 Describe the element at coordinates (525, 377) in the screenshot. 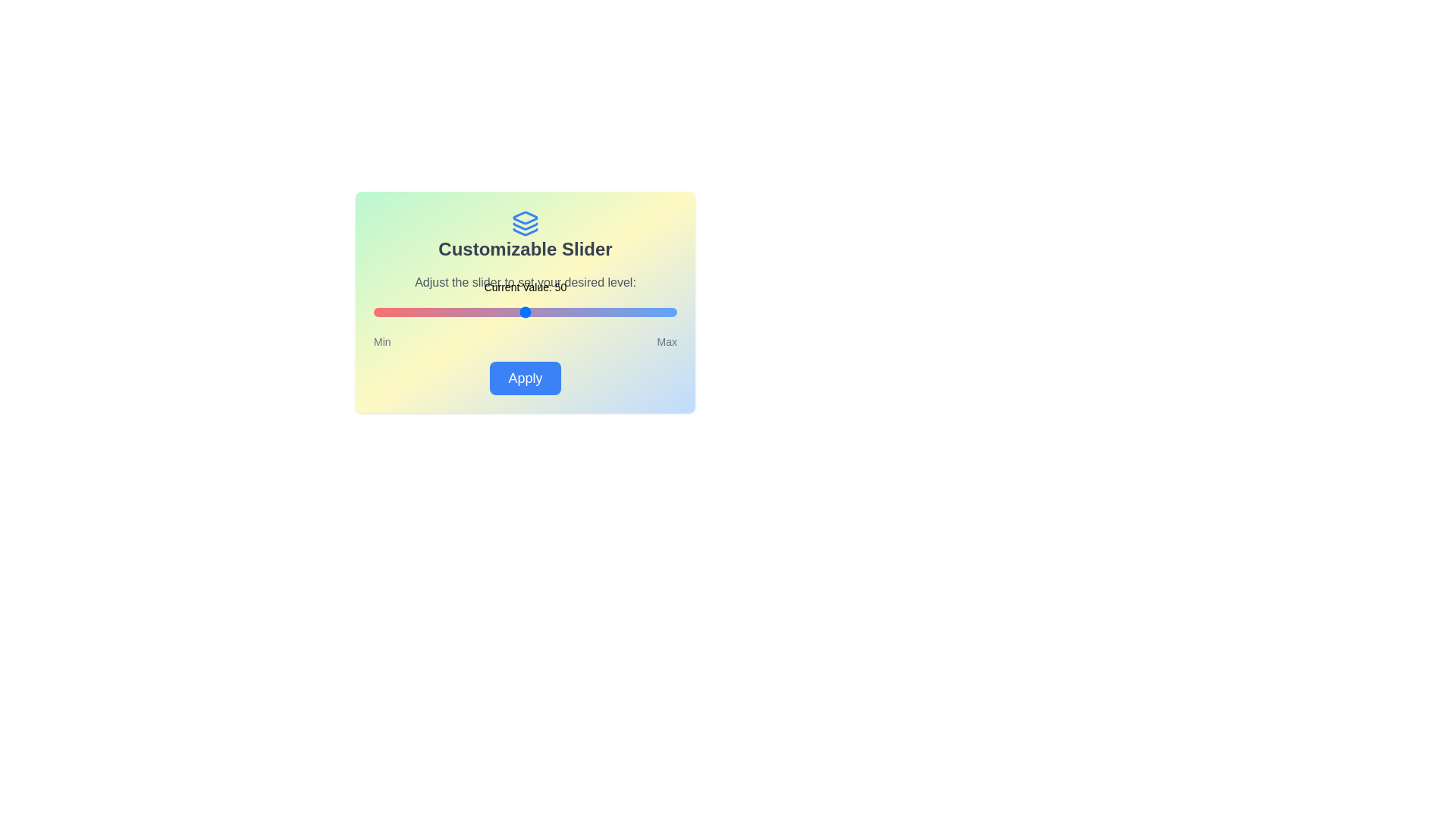

I see `the 'Apply' button to confirm the selected value` at that location.